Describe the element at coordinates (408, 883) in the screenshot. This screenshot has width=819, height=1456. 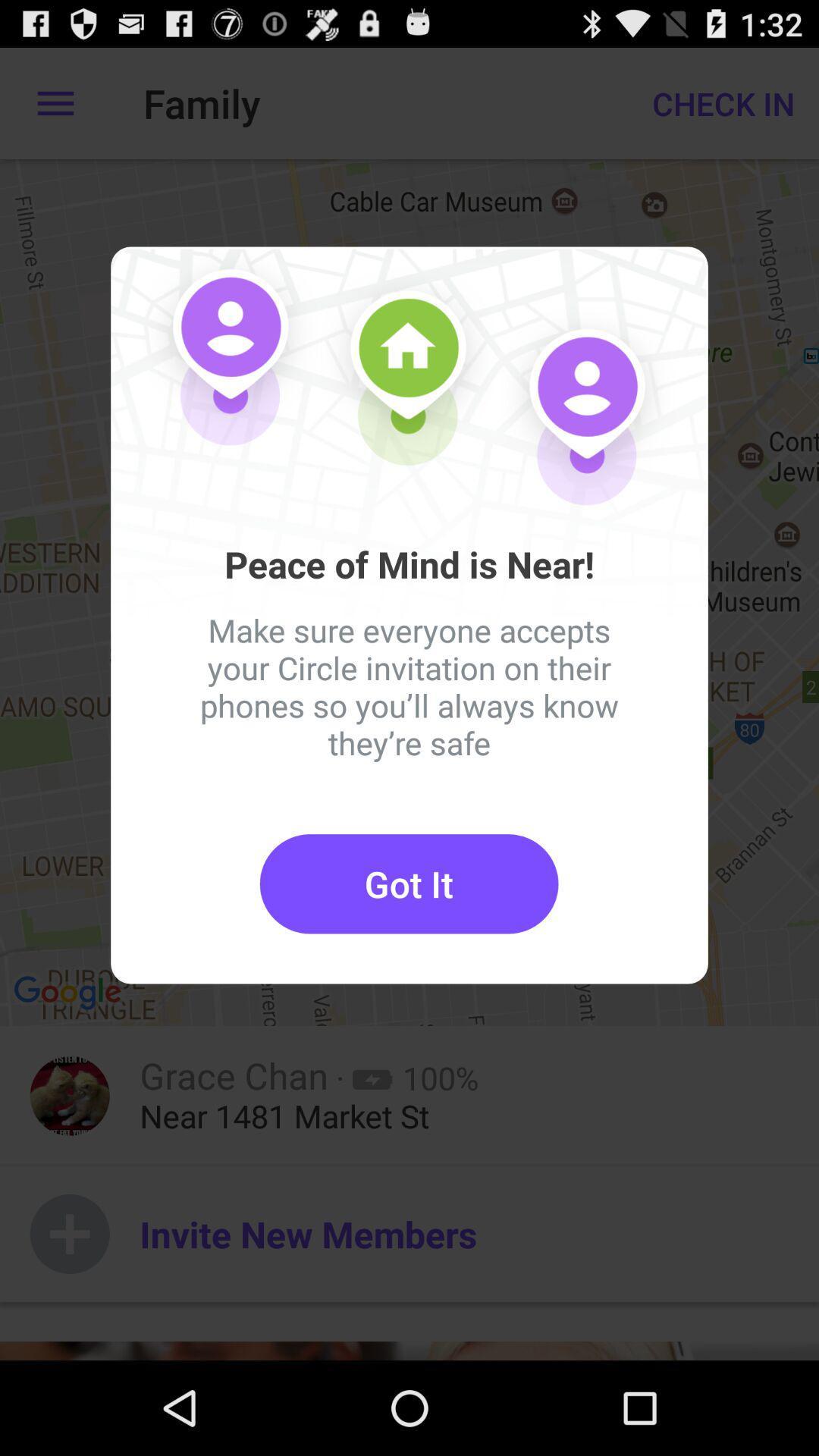
I see `the got it` at that location.